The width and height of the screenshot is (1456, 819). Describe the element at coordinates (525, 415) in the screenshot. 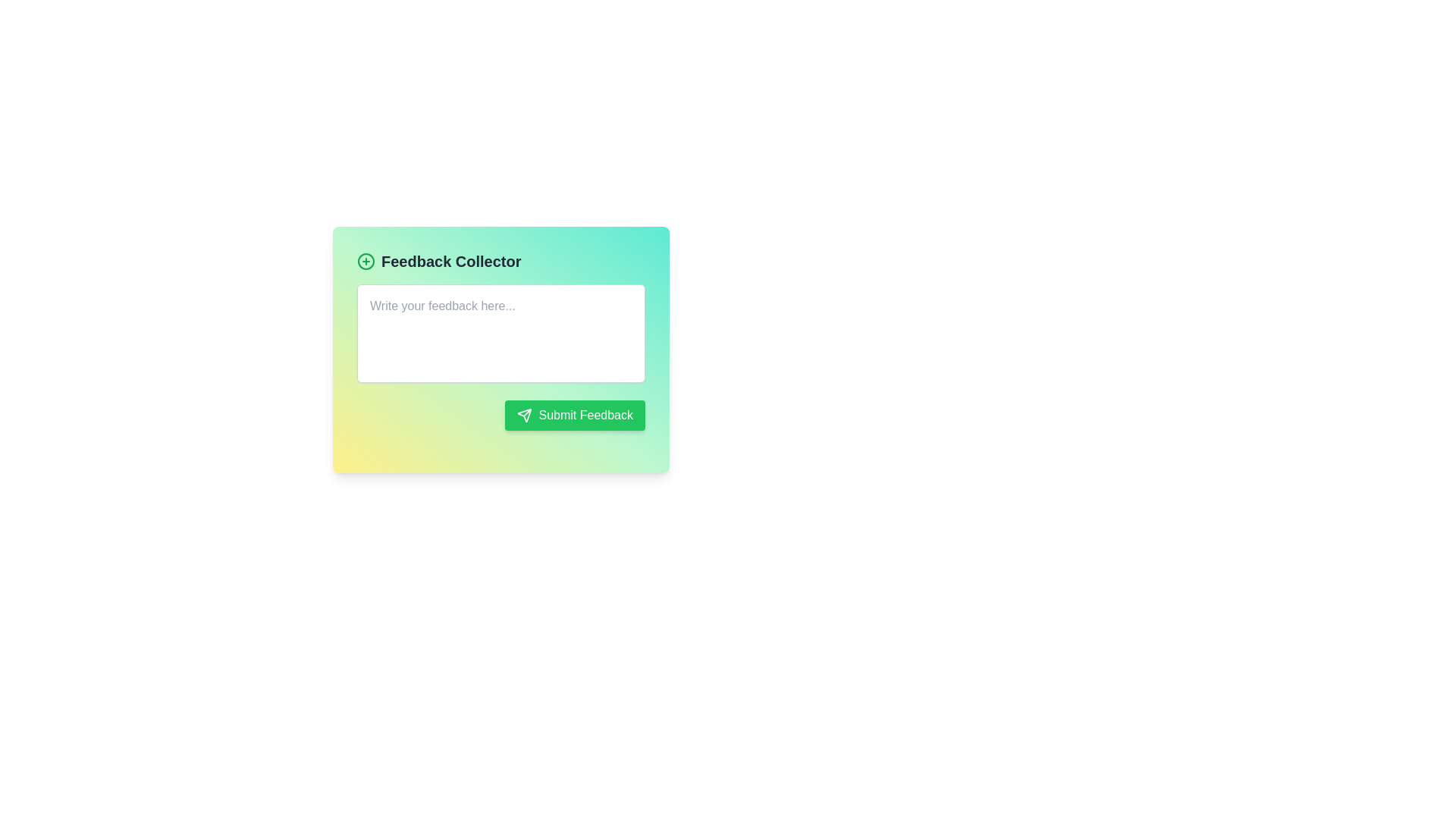

I see `the small paper plane icon located inside the 'Submit Feedback' button, positioned to the left of the text` at that location.